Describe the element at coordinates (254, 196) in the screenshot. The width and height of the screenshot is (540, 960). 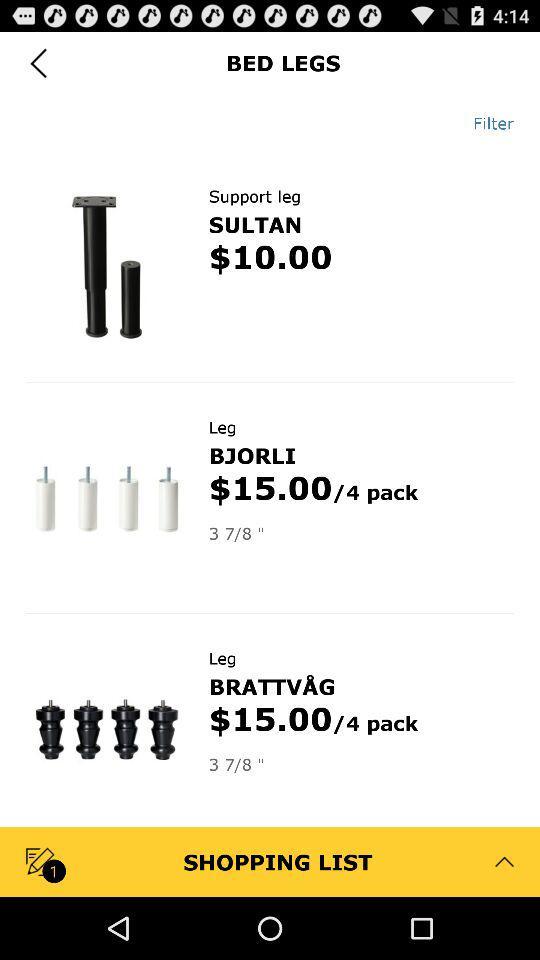
I see `support leg app` at that location.